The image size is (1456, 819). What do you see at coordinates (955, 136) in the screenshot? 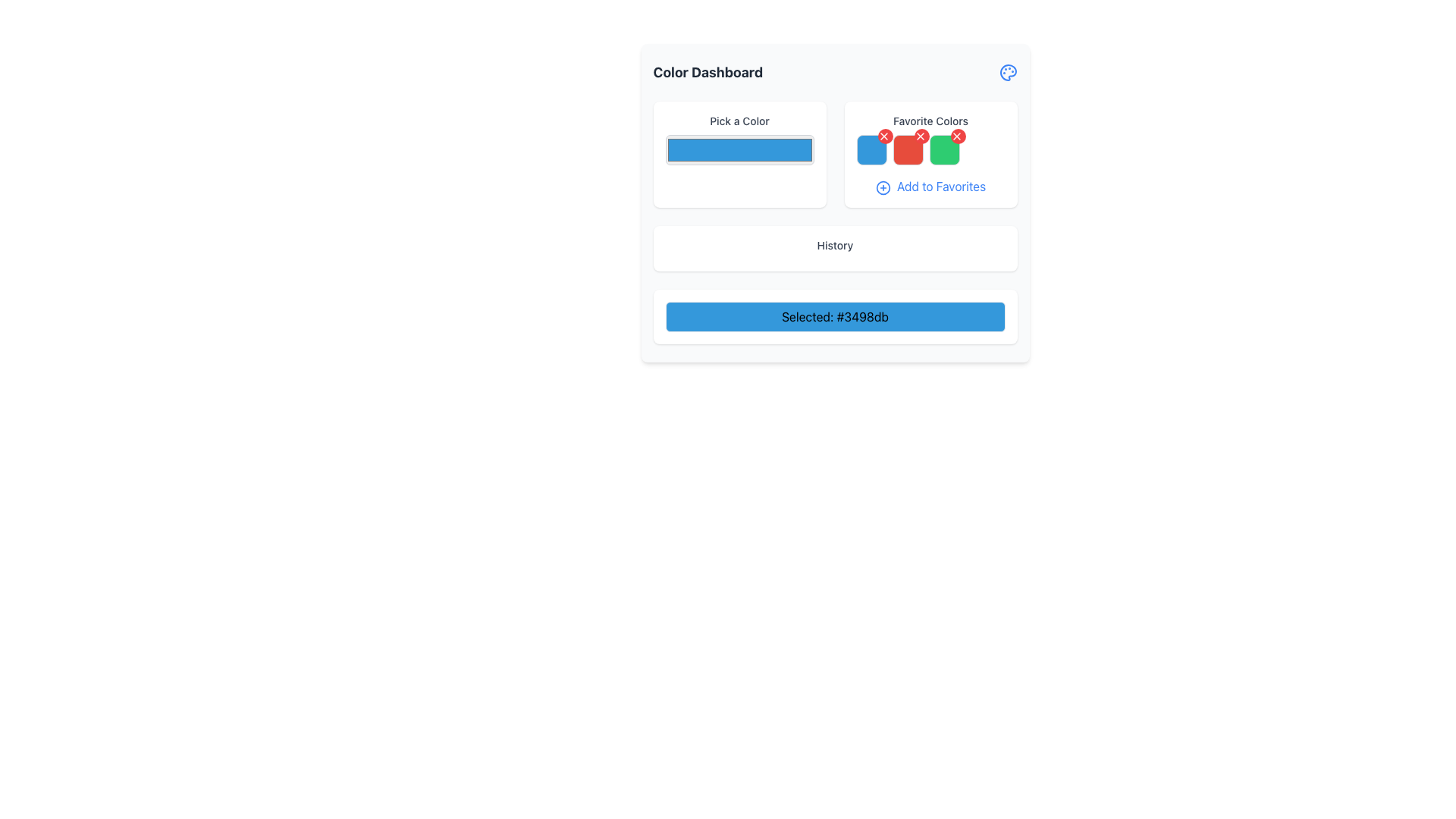
I see `the compact 'X' icon on the Delete button located in the top-right corner of the red square representing one of the 'Favorite Colors'` at bounding box center [955, 136].